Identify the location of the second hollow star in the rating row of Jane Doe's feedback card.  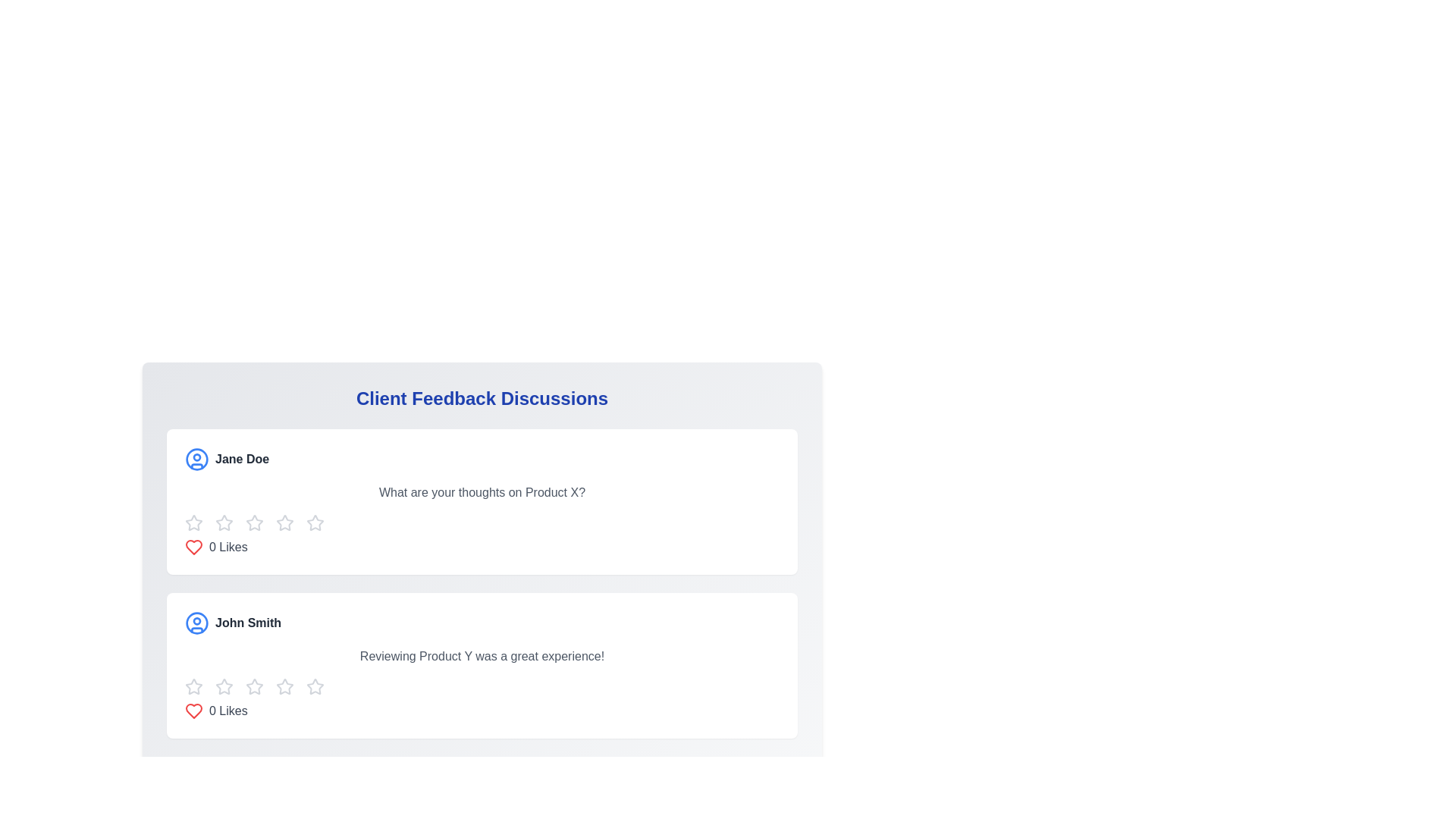
(224, 522).